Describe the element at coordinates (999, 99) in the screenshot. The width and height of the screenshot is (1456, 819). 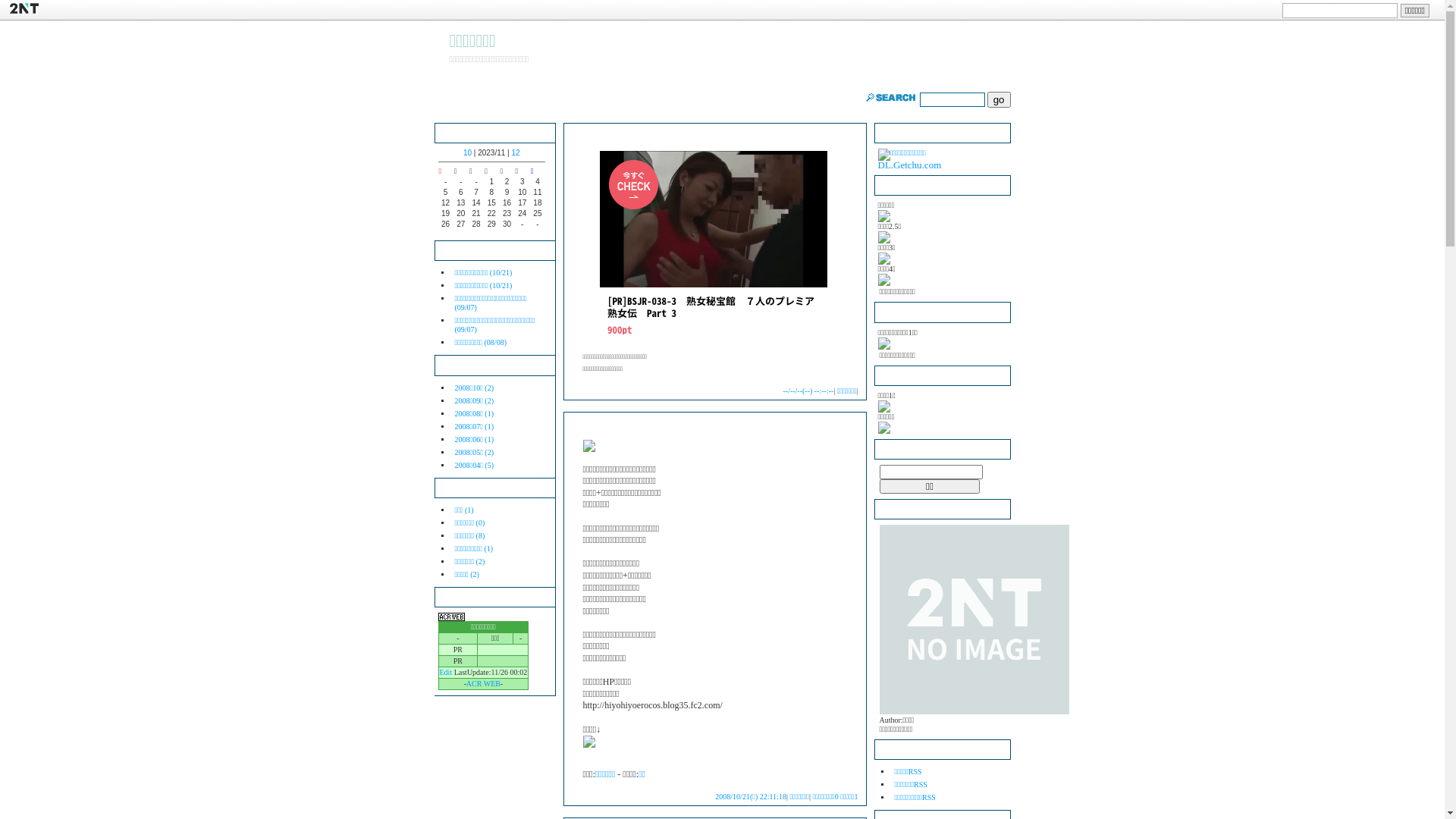
I see `'go'` at that location.